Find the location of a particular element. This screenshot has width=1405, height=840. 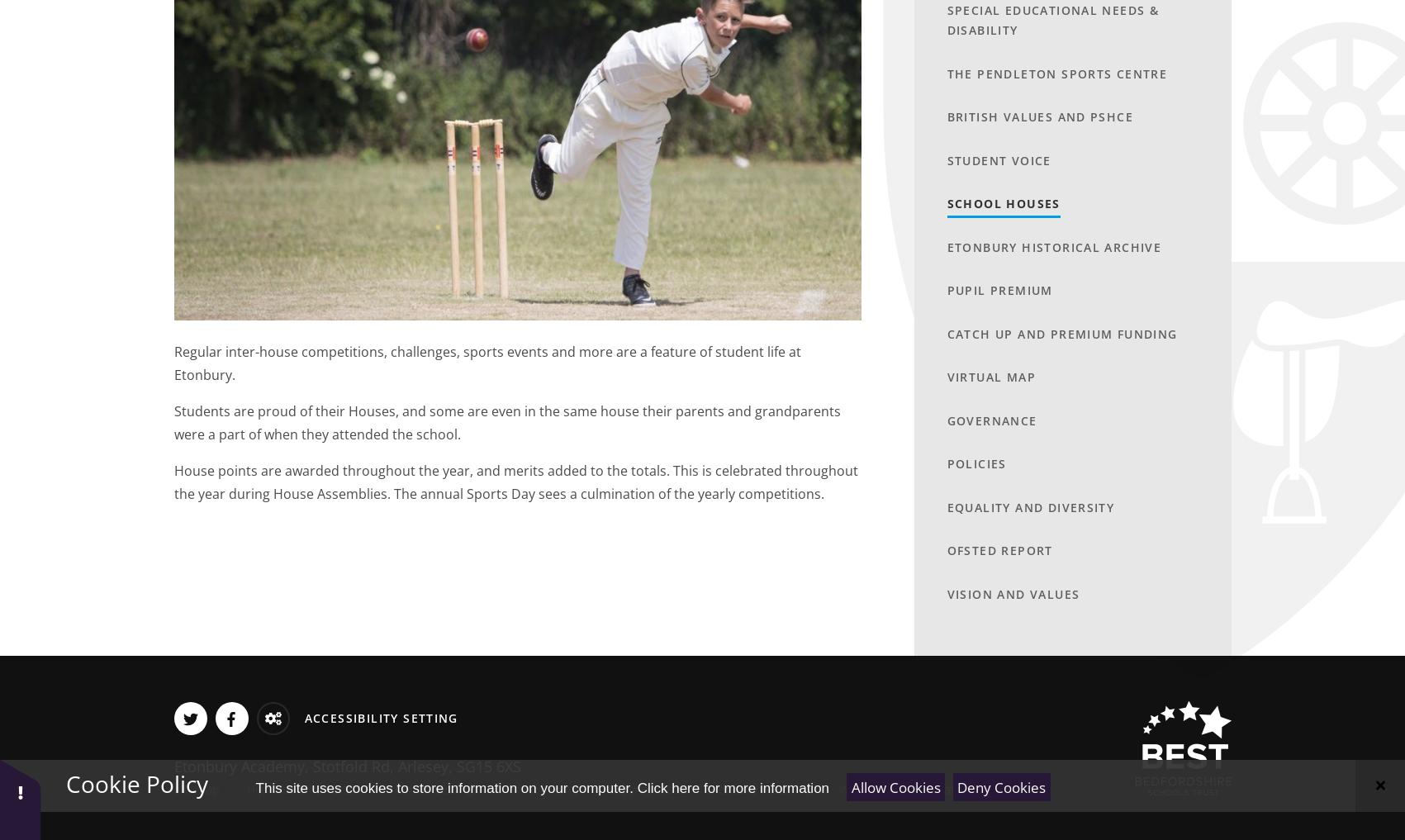

'Special Educational Needs & Disability' is located at coordinates (1052, 19).